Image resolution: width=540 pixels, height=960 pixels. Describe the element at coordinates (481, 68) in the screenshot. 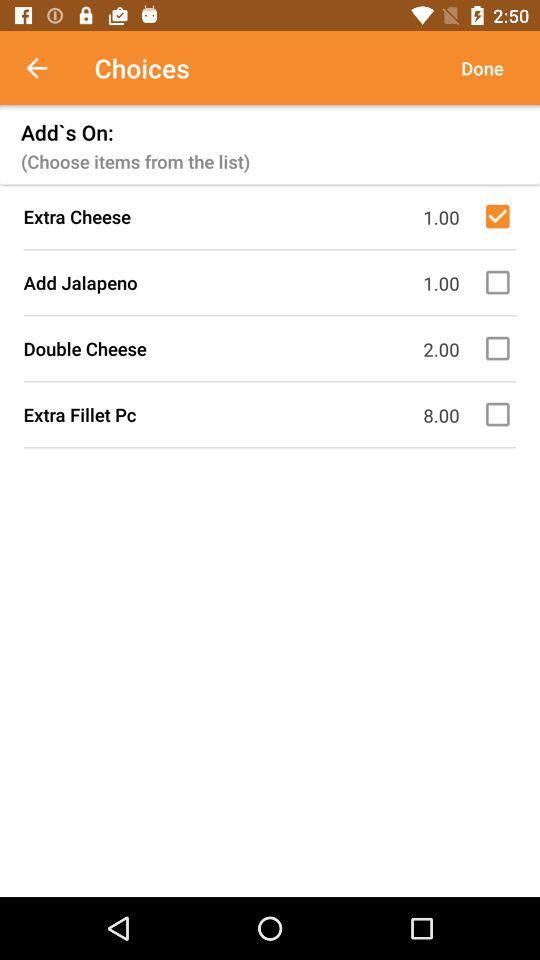

I see `icon above extra cheese` at that location.